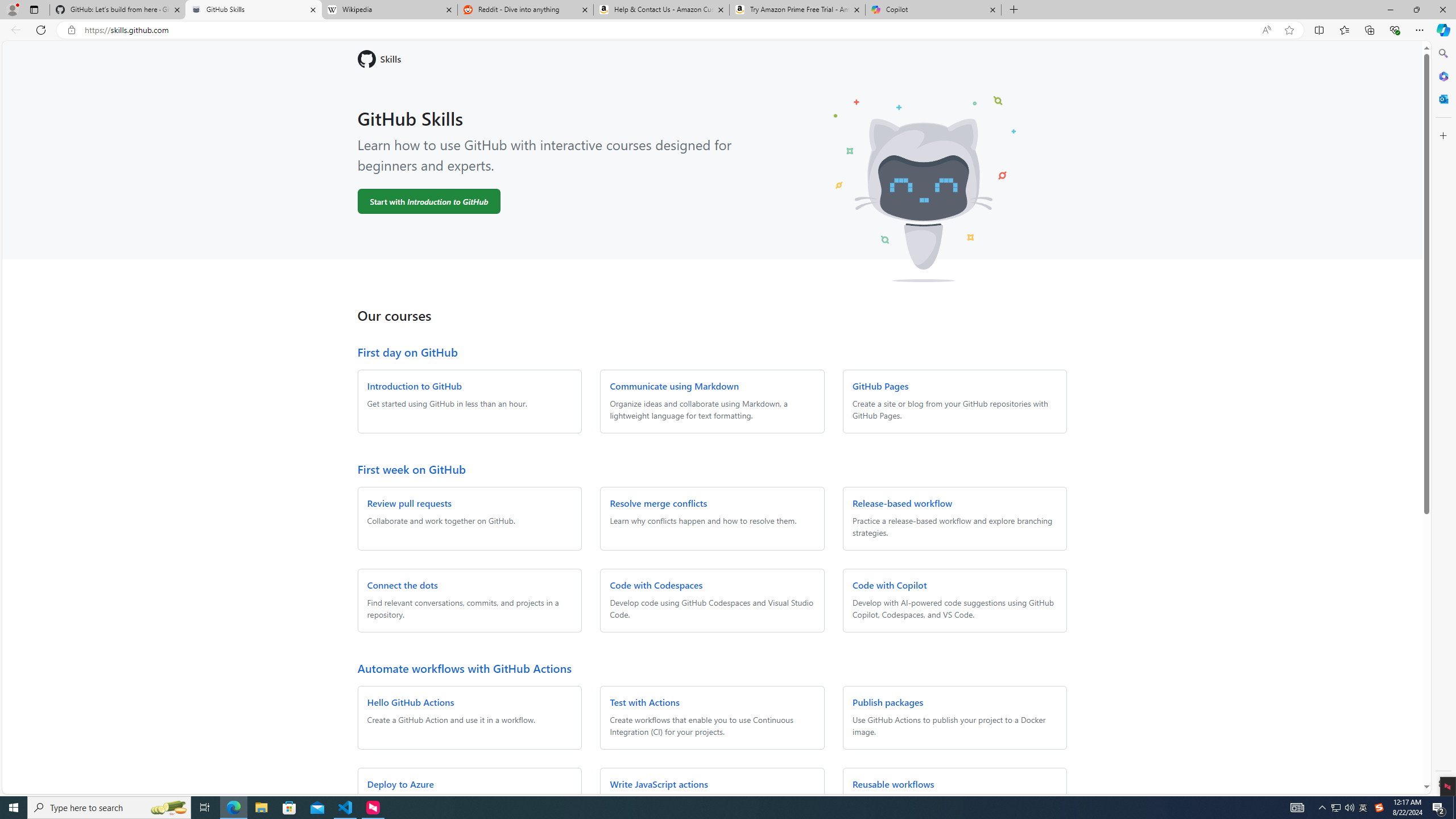 The image size is (1456, 819). Describe the element at coordinates (674, 385) in the screenshot. I see `'Communicate using Markdown'` at that location.